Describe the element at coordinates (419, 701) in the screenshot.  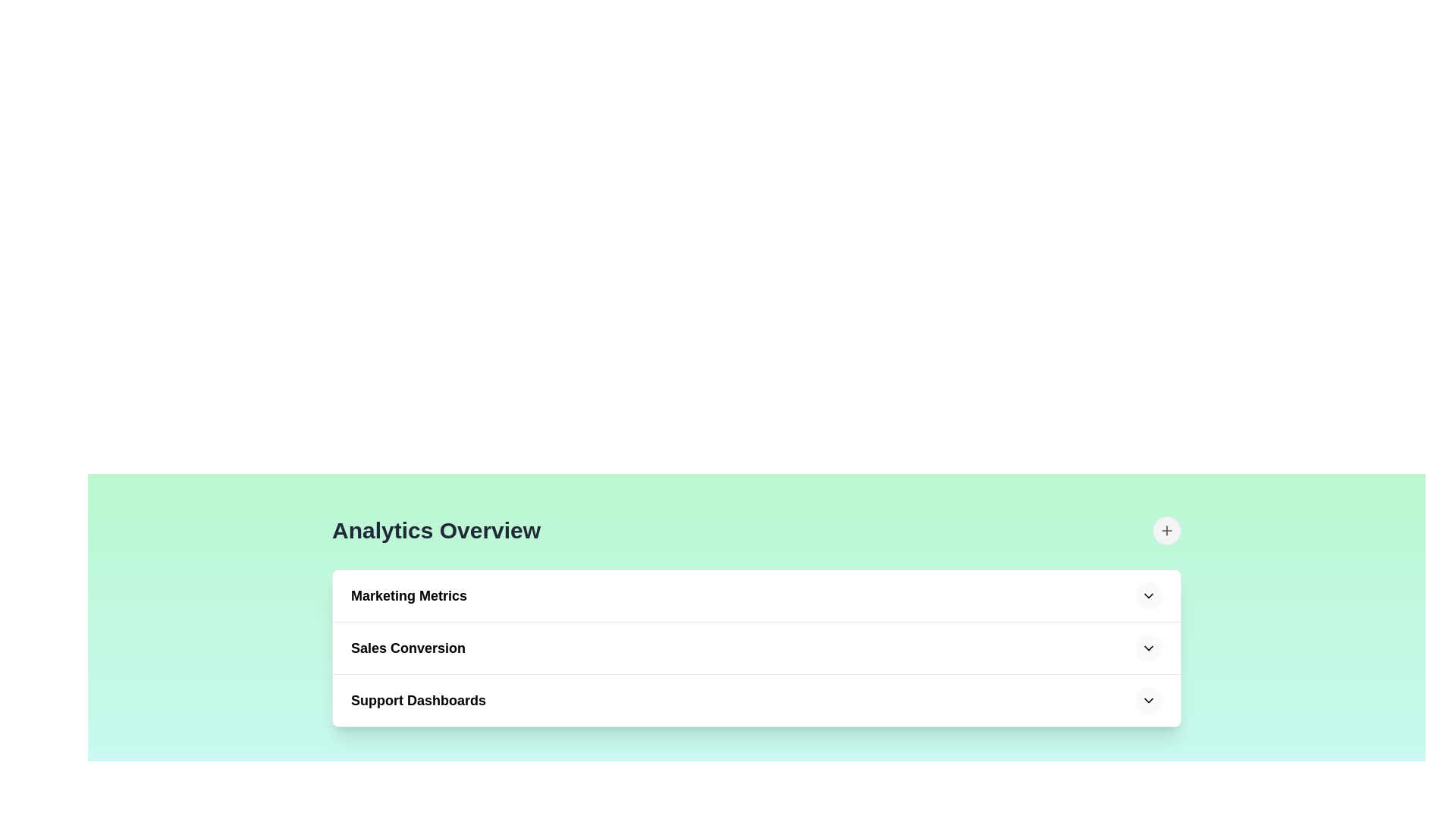
I see `the 'Support Dashboards' text label, which is the third item in the vertical list under 'Analytics Overview', located below 'Sales Conversion'` at that location.